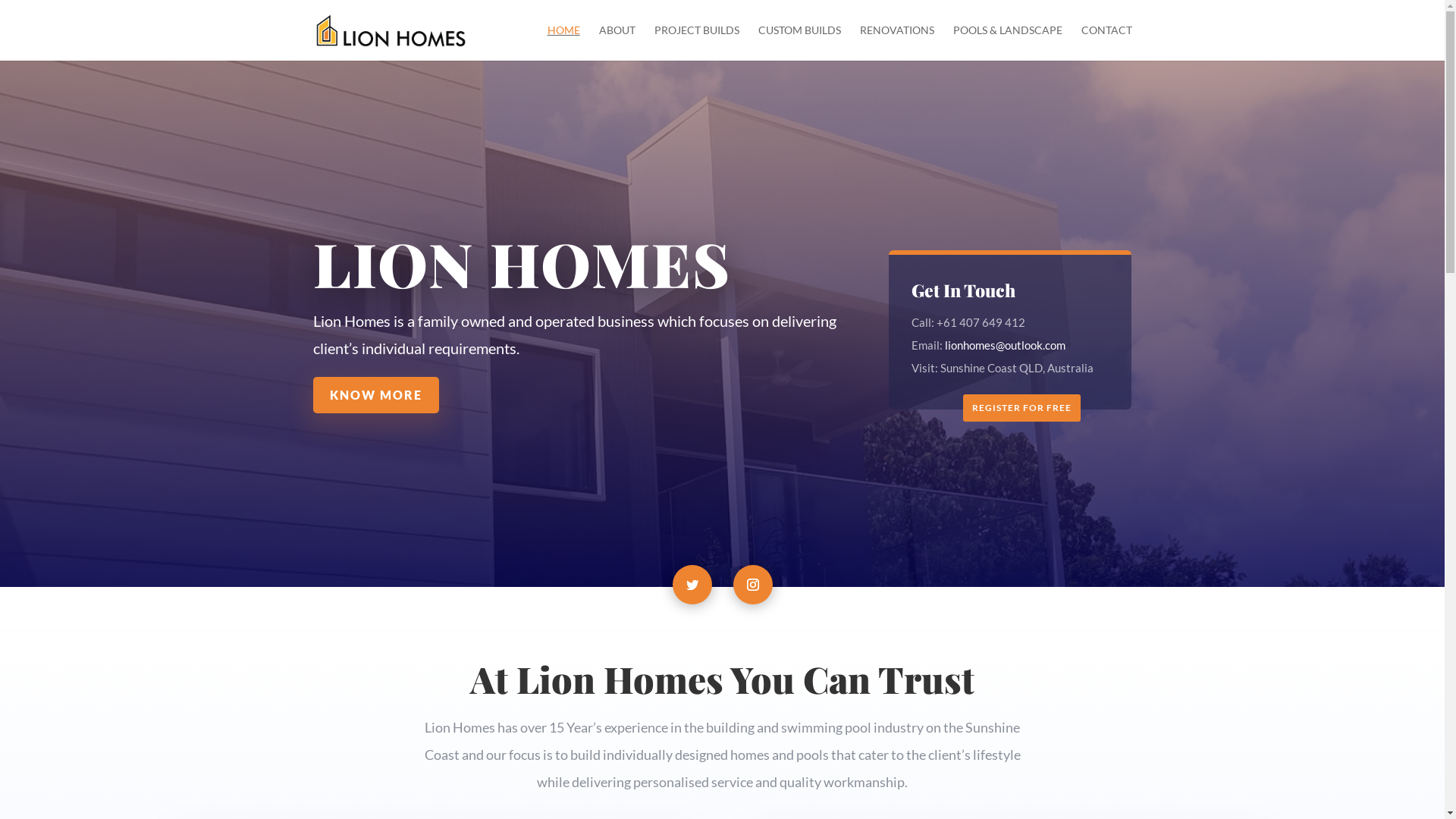 The width and height of the screenshot is (1456, 819). What do you see at coordinates (1007, 42) in the screenshot?
I see `'POOLS & LANDSCAPE'` at bounding box center [1007, 42].